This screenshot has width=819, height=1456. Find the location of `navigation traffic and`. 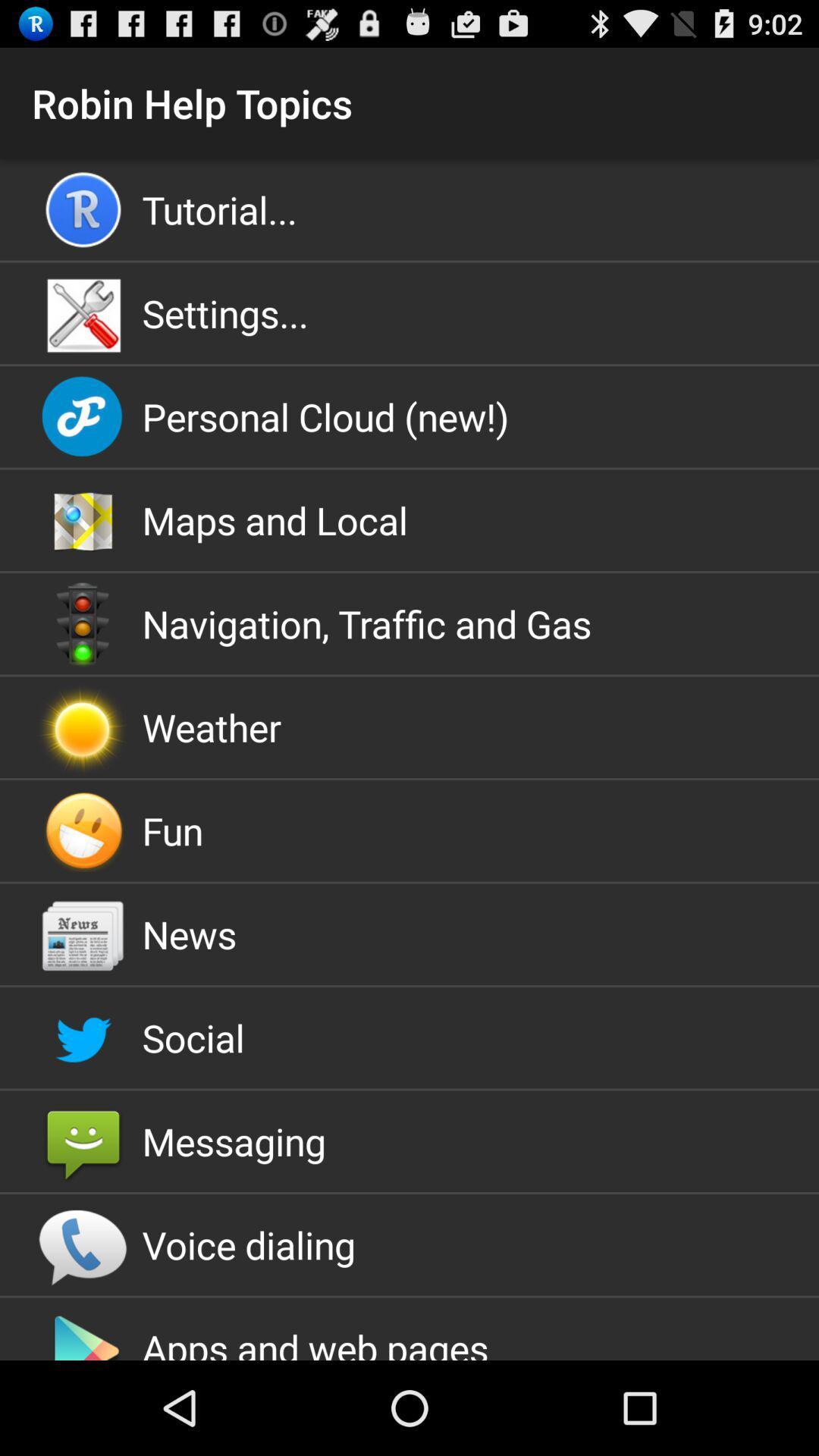

navigation traffic and is located at coordinates (409, 623).